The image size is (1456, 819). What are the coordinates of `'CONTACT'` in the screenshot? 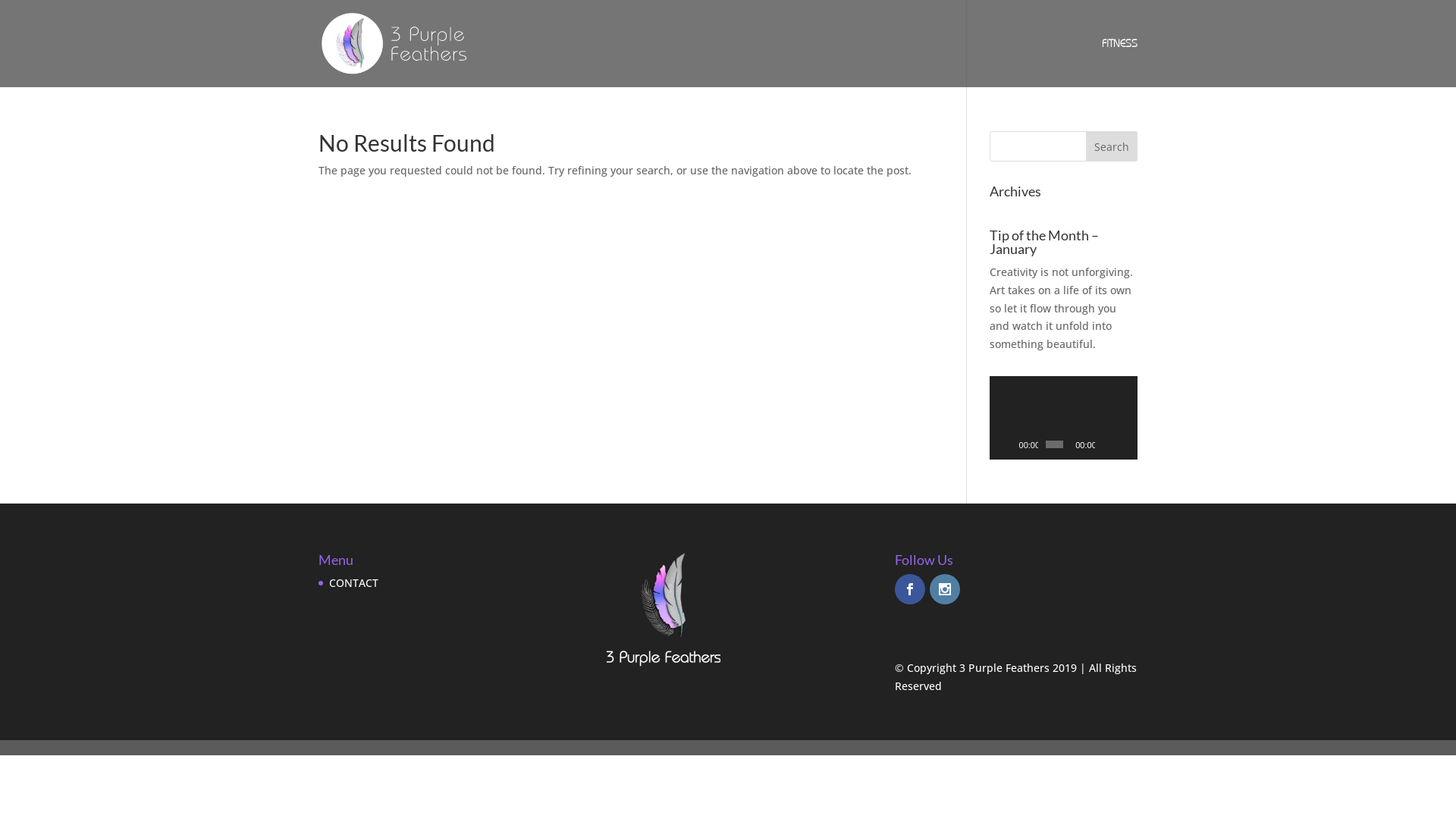 It's located at (353, 582).